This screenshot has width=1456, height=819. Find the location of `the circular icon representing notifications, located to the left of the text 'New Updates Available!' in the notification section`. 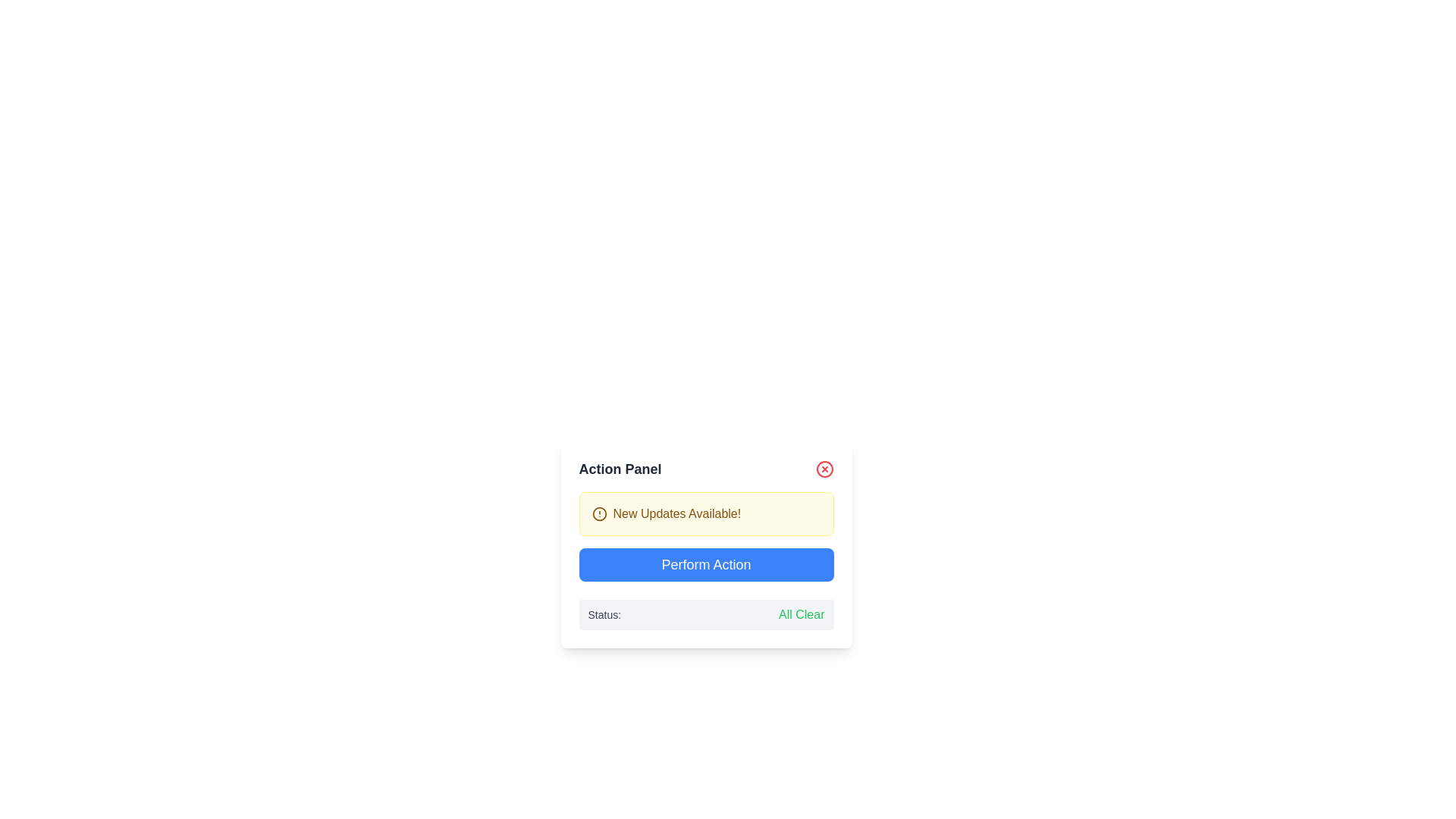

the circular icon representing notifications, located to the left of the text 'New Updates Available!' in the notification section is located at coordinates (598, 513).